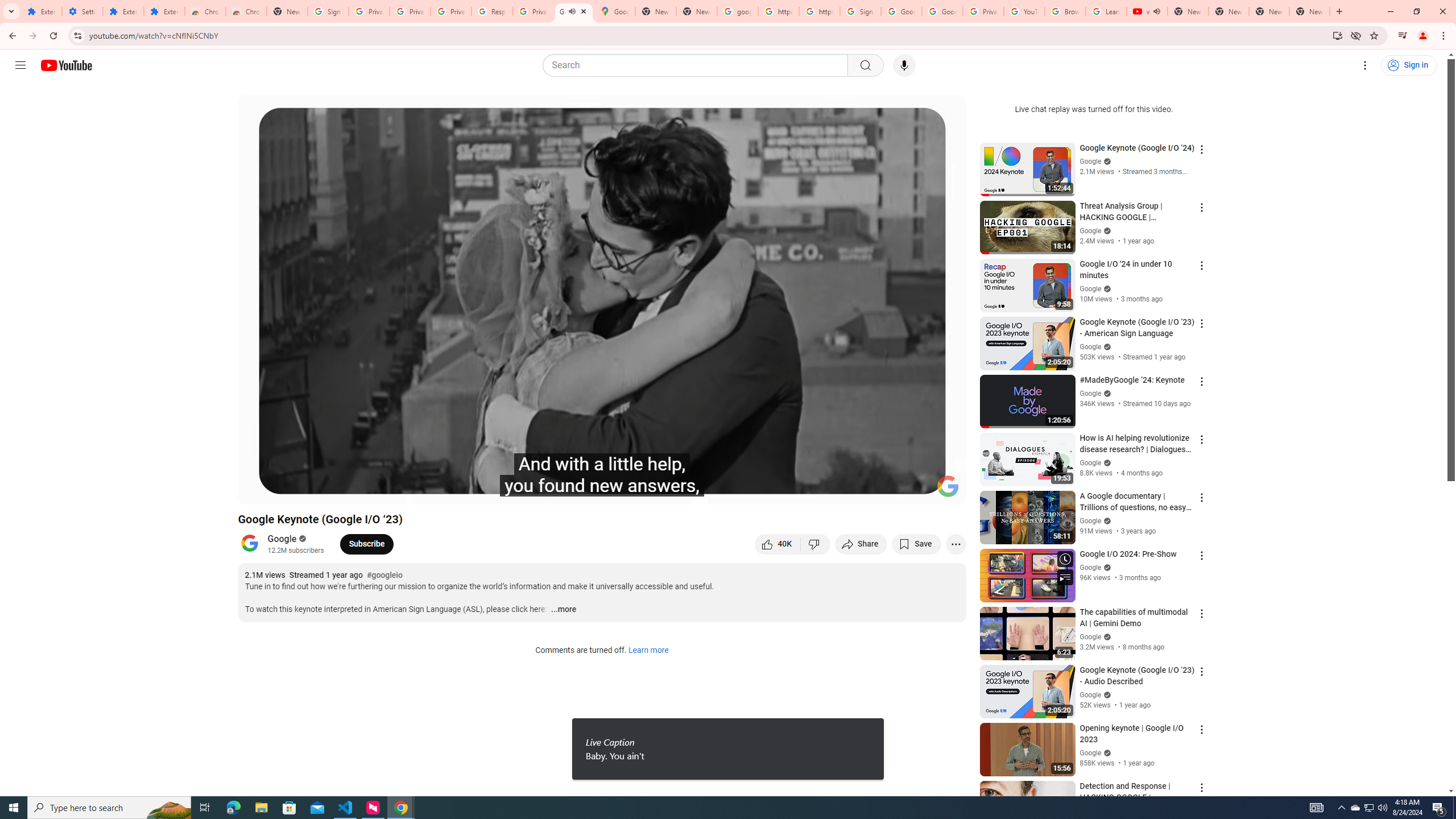 The height and width of the screenshot is (819, 1456). What do you see at coordinates (647, 651) in the screenshot?
I see `'Learn more'` at bounding box center [647, 651].